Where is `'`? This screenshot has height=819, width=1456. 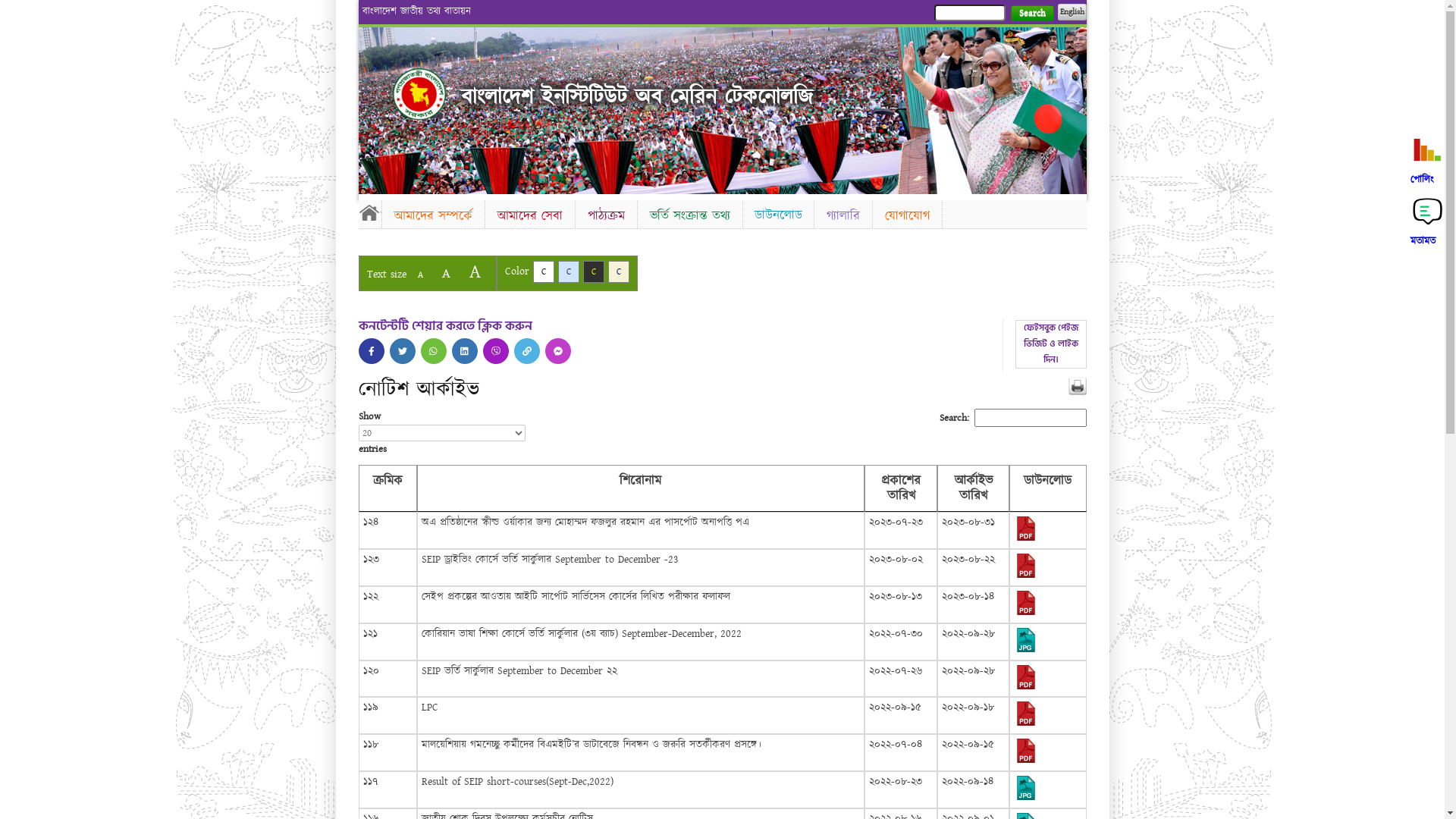
' is located at coordinates (450, 350).